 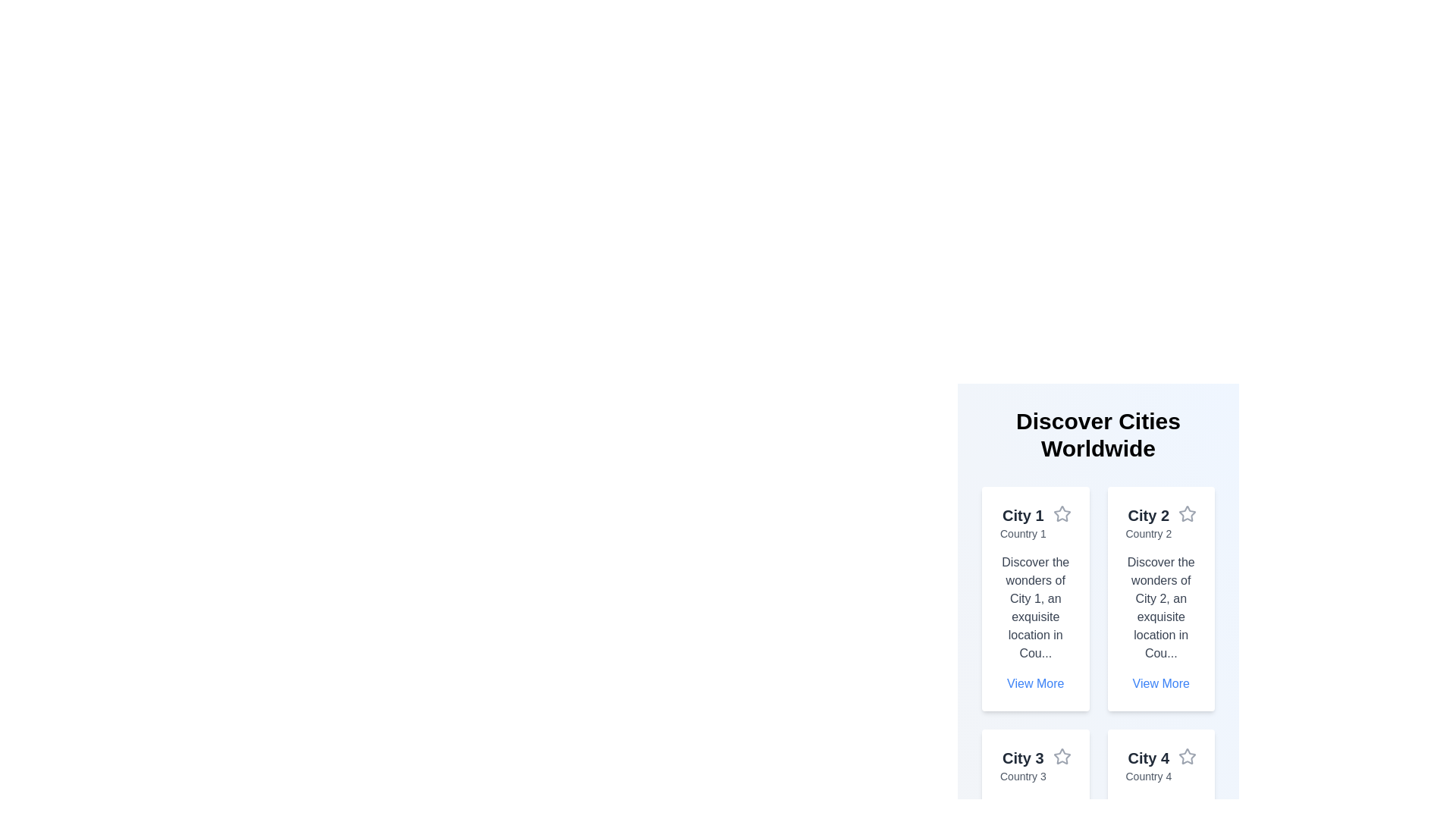 I want to click on the title header text block in the 'Discover Cities Worldwide' section, which provides key information about a location, specifically the city and country names, so click(x=1034, y=522).